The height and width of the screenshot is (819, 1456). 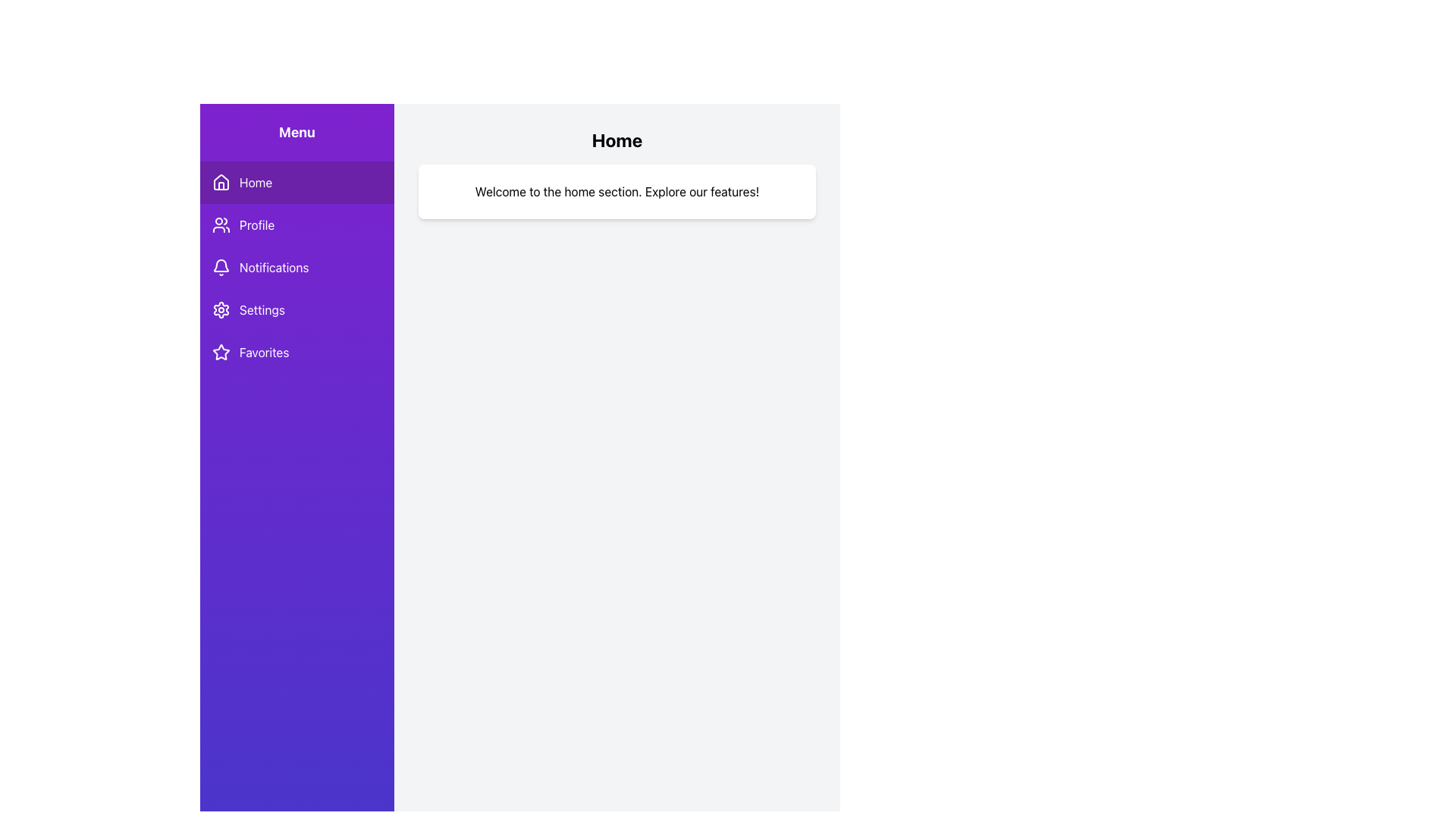 What do you see at coordinates (297, 267) in the screenshot?
I see `an item in the vertical navigation menu group on the left panel` at bounding box center [297, 267].